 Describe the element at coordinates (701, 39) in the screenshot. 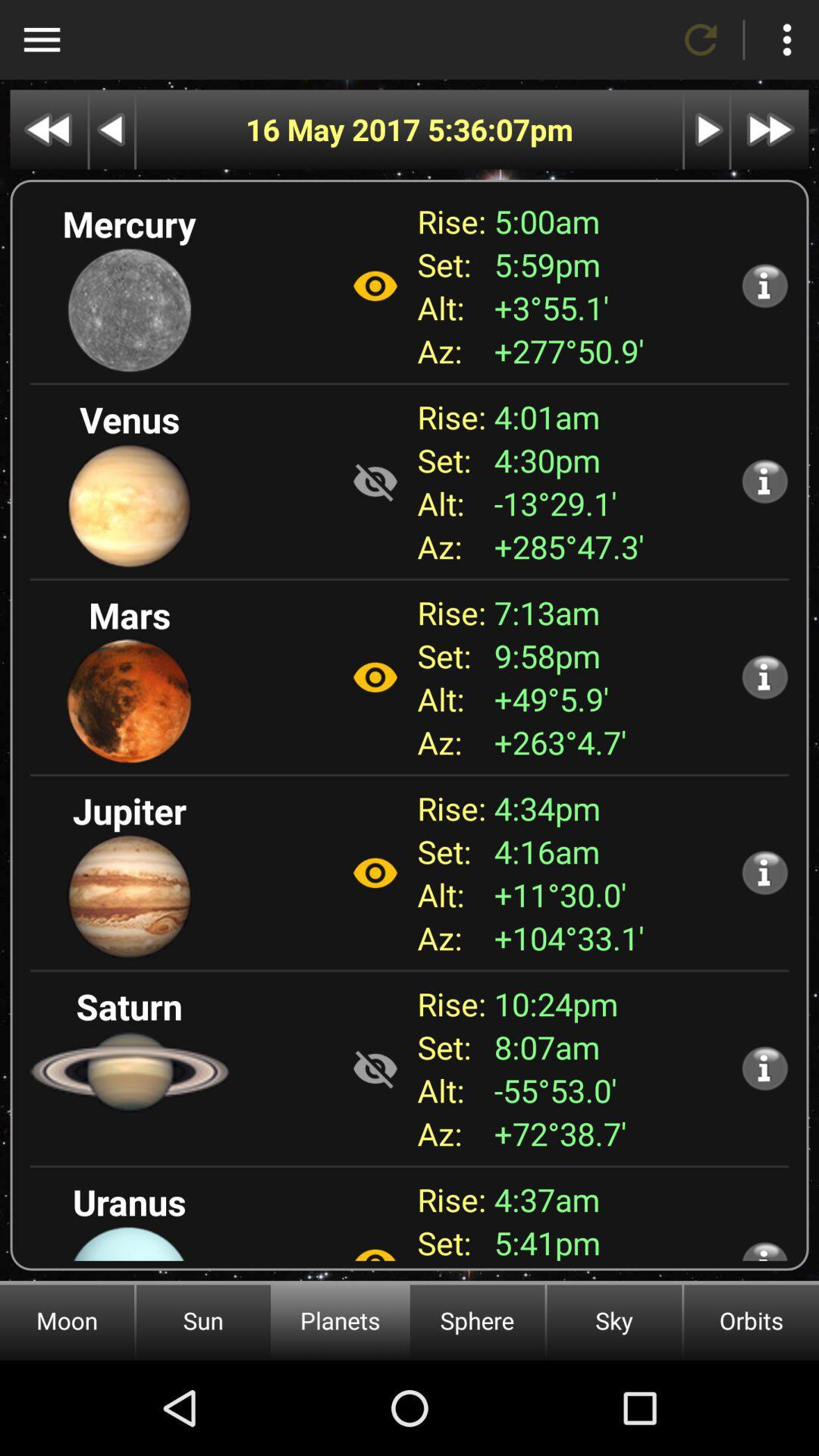

I see `refresh app` at that location.